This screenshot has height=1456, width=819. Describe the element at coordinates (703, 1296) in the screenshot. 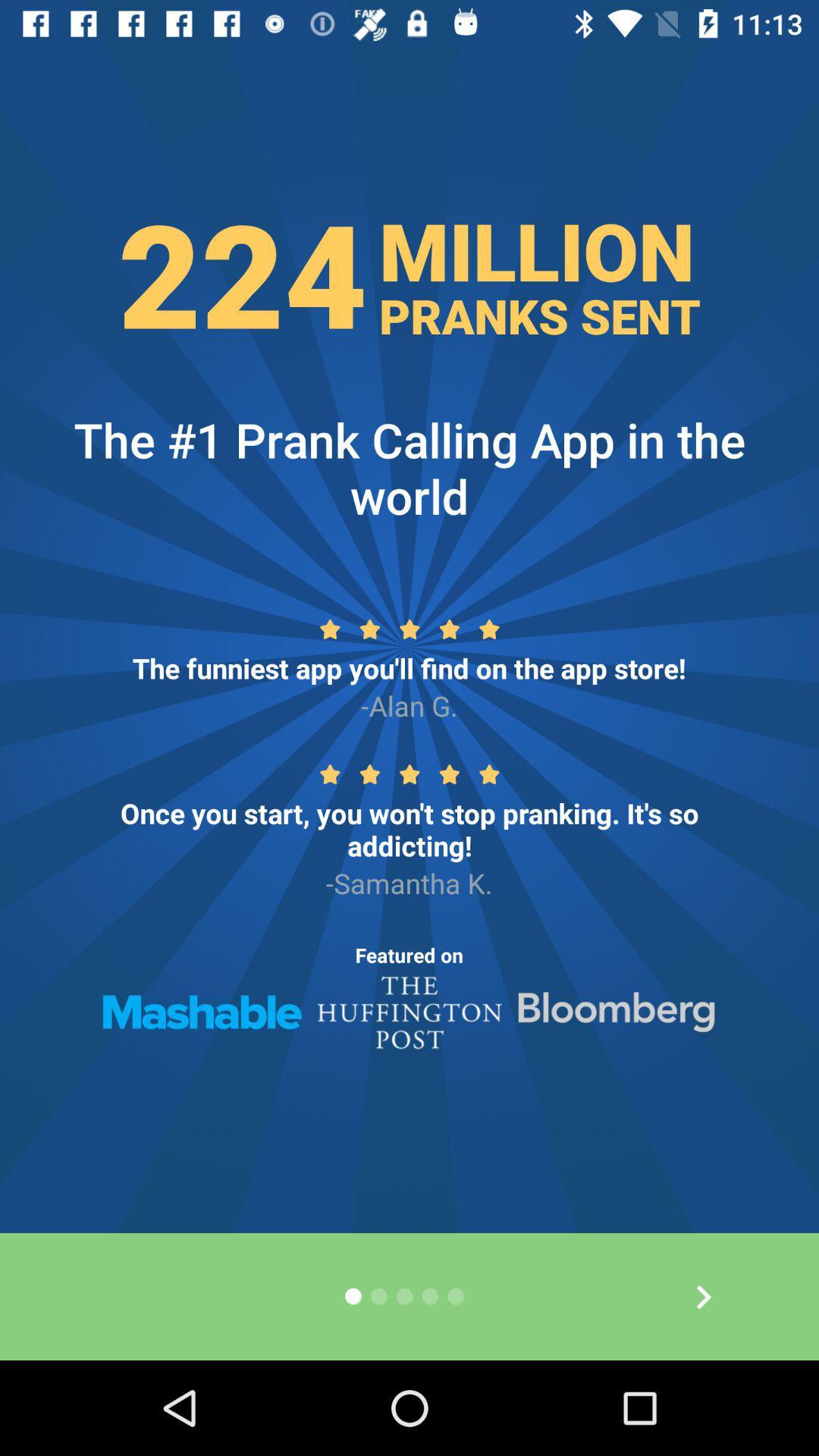

I see `the arrow_forward icon` at that location.